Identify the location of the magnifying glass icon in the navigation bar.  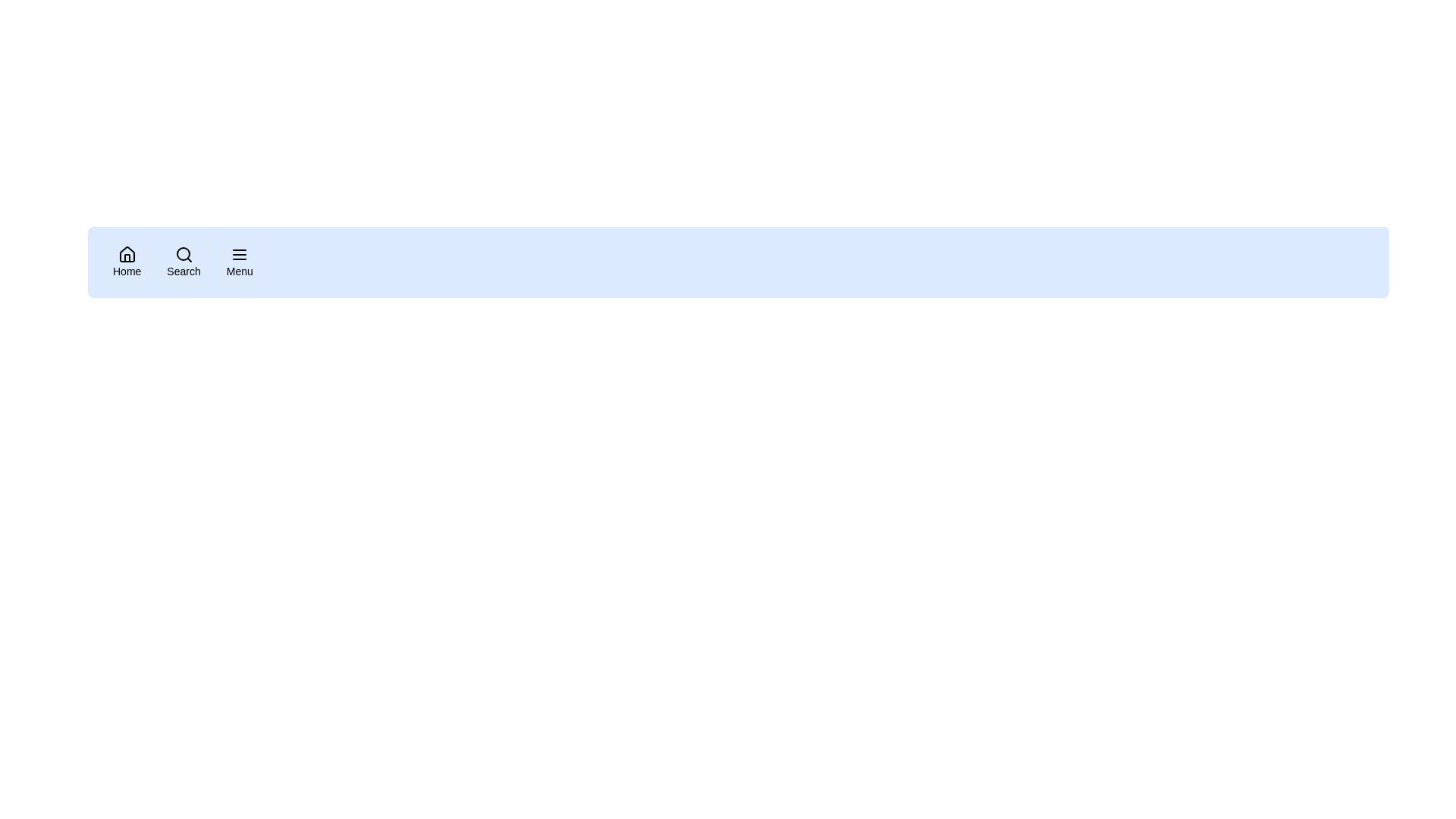
(183, 253).